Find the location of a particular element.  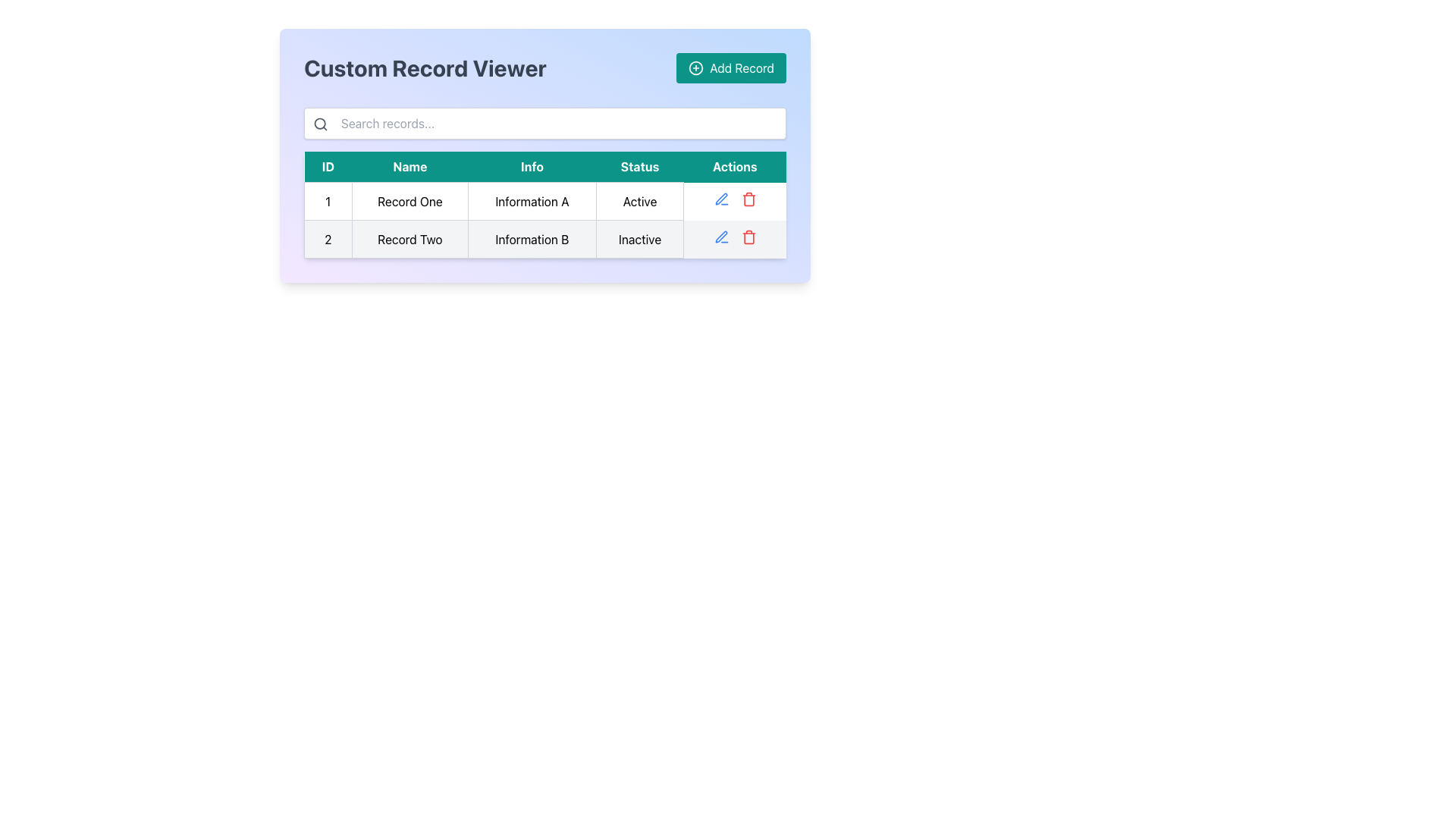

the 'Inactive' text label in the fourth column of the second row of the table located beneath the search bar in the 'Custom Record Viewer' section is located at coordinates (640, 239).